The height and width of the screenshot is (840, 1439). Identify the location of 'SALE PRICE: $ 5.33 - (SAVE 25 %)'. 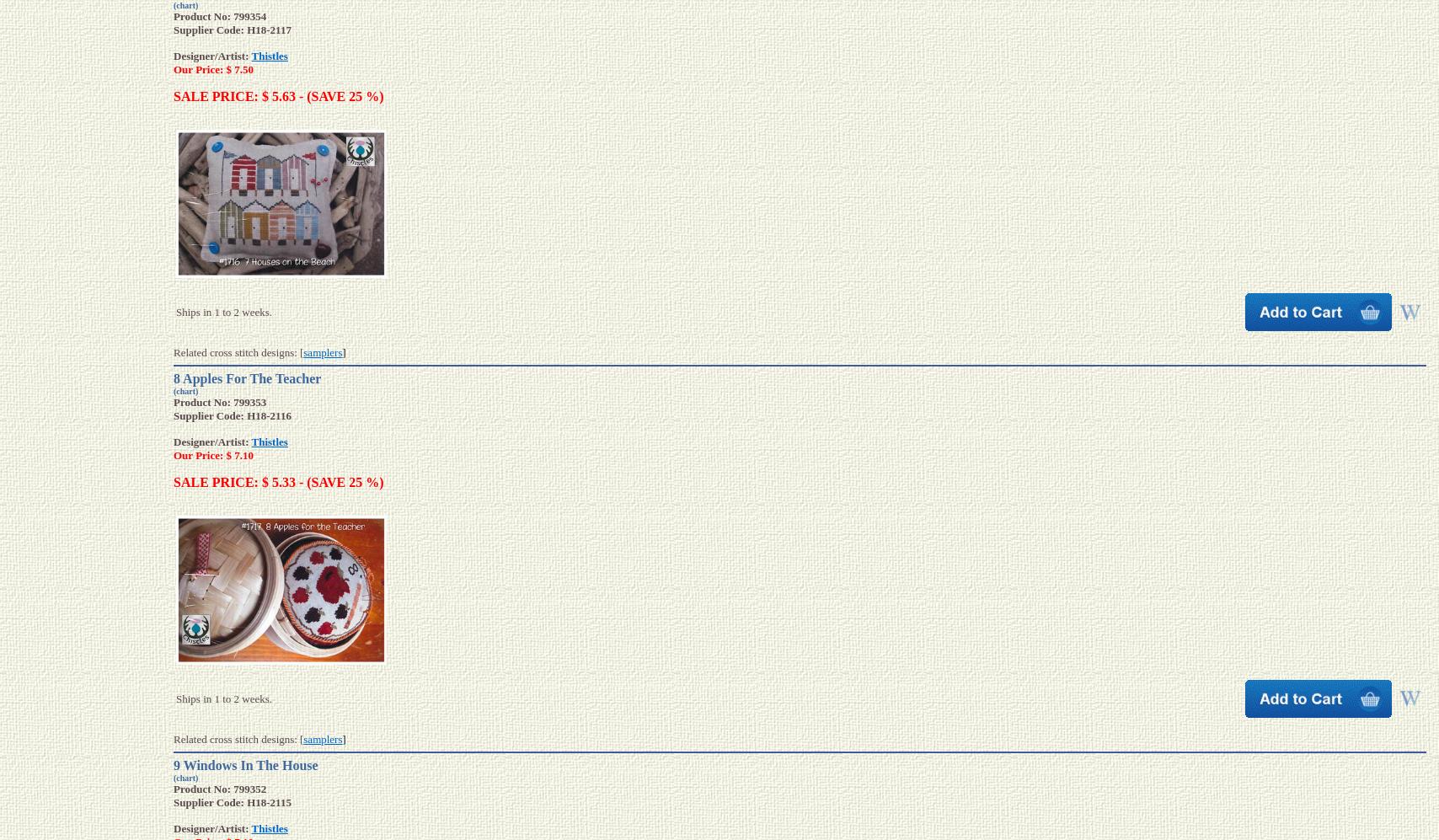
(278, 482).